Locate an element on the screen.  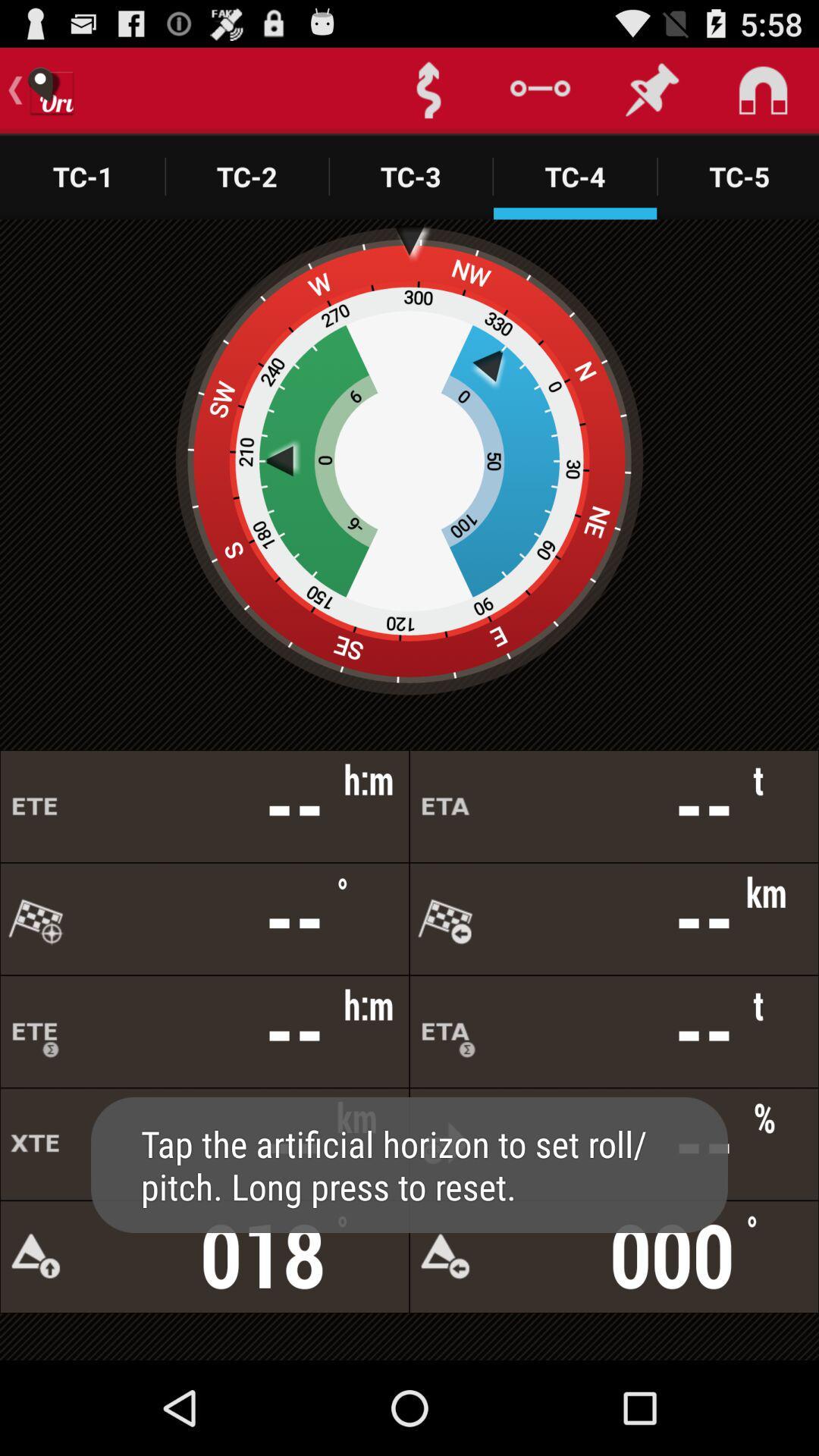
tc3 is located at coordinates (411, 177).